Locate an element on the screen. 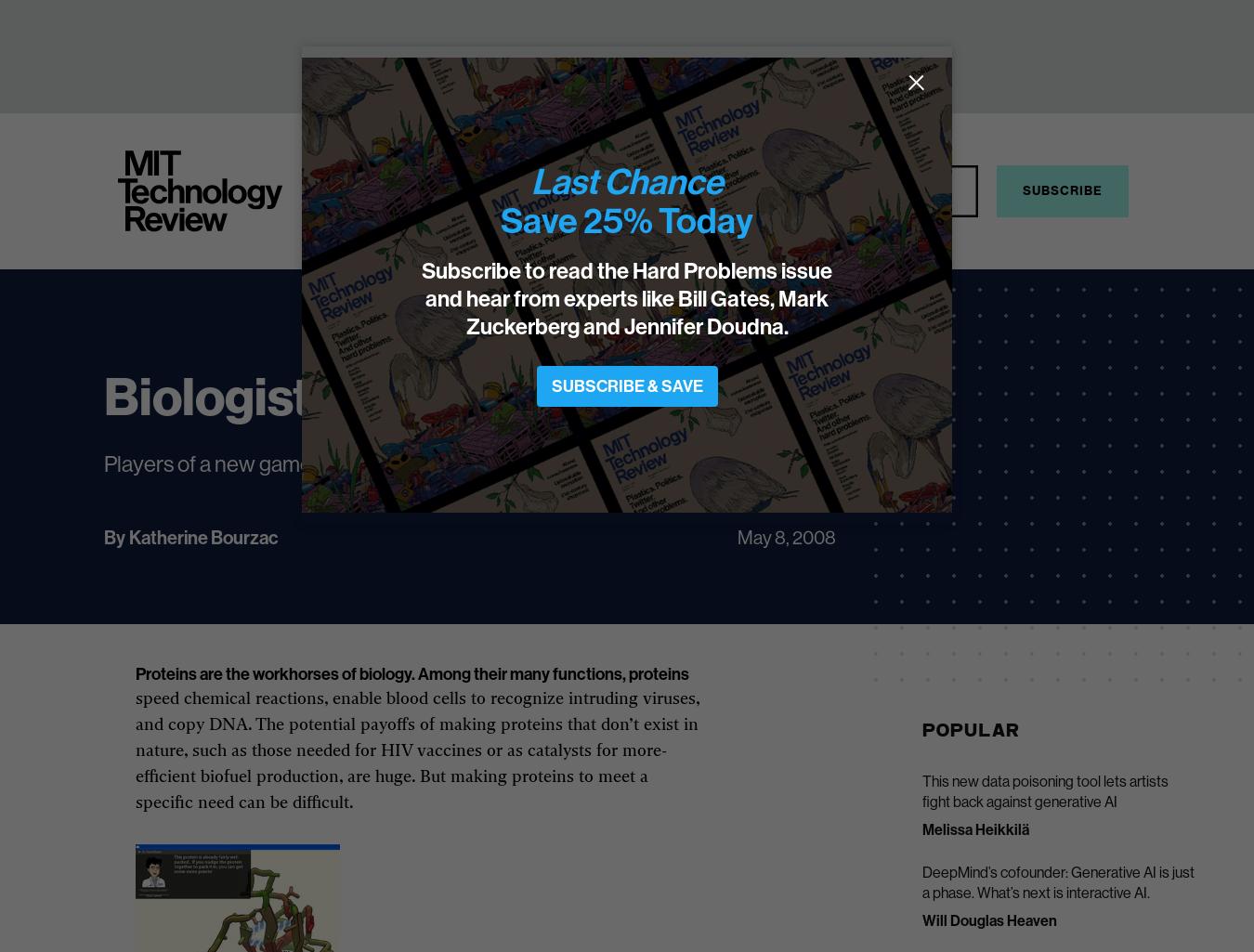 The image size is (1254, 952). 'Subscribe' is located at coordinates (1061, 190).